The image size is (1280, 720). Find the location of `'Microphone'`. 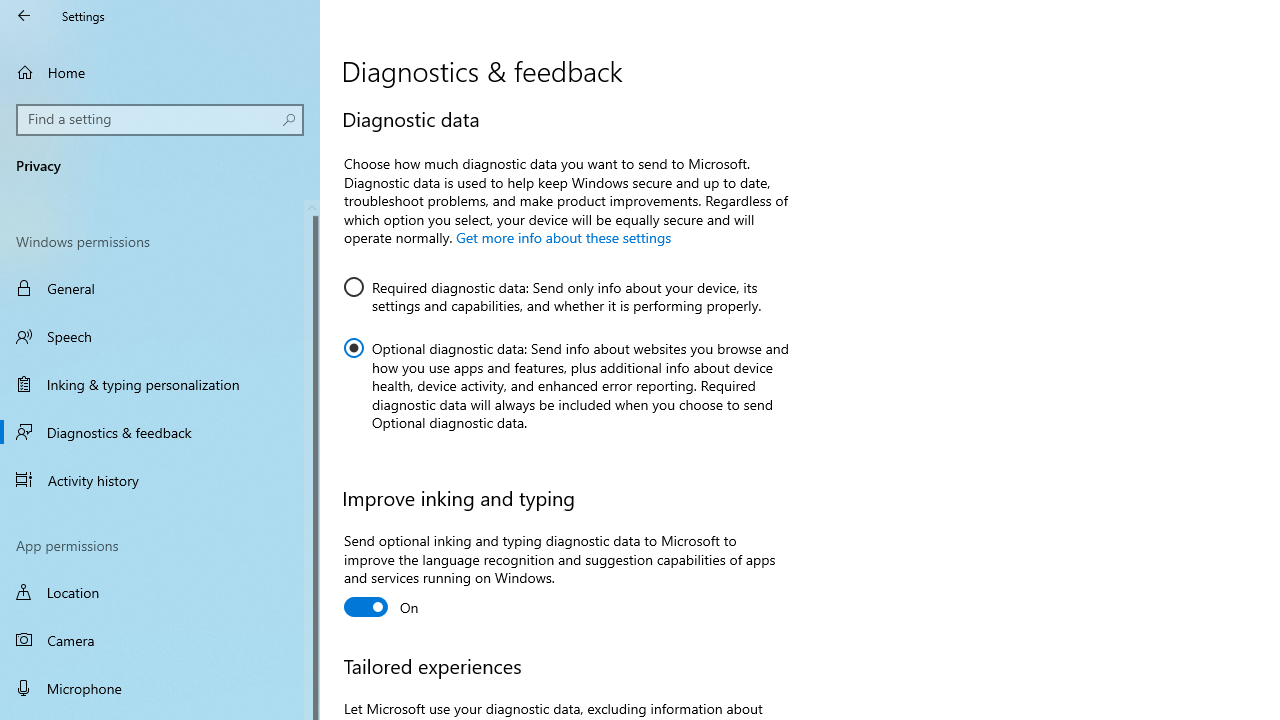

'Microphone' is located at coordinates (160, 686).